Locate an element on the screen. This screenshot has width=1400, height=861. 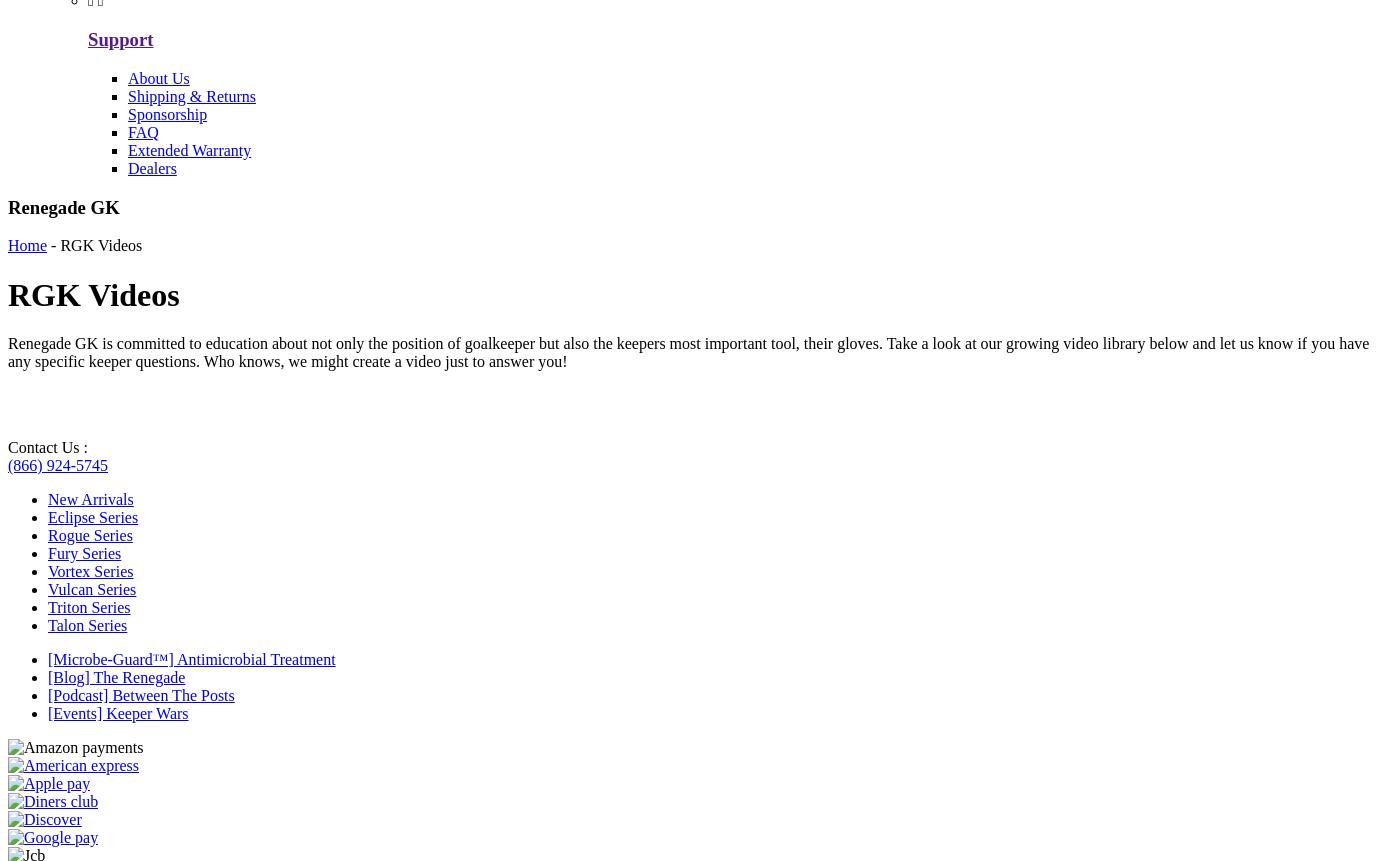
'Contact Us :' is located at coordinates (48, 446).